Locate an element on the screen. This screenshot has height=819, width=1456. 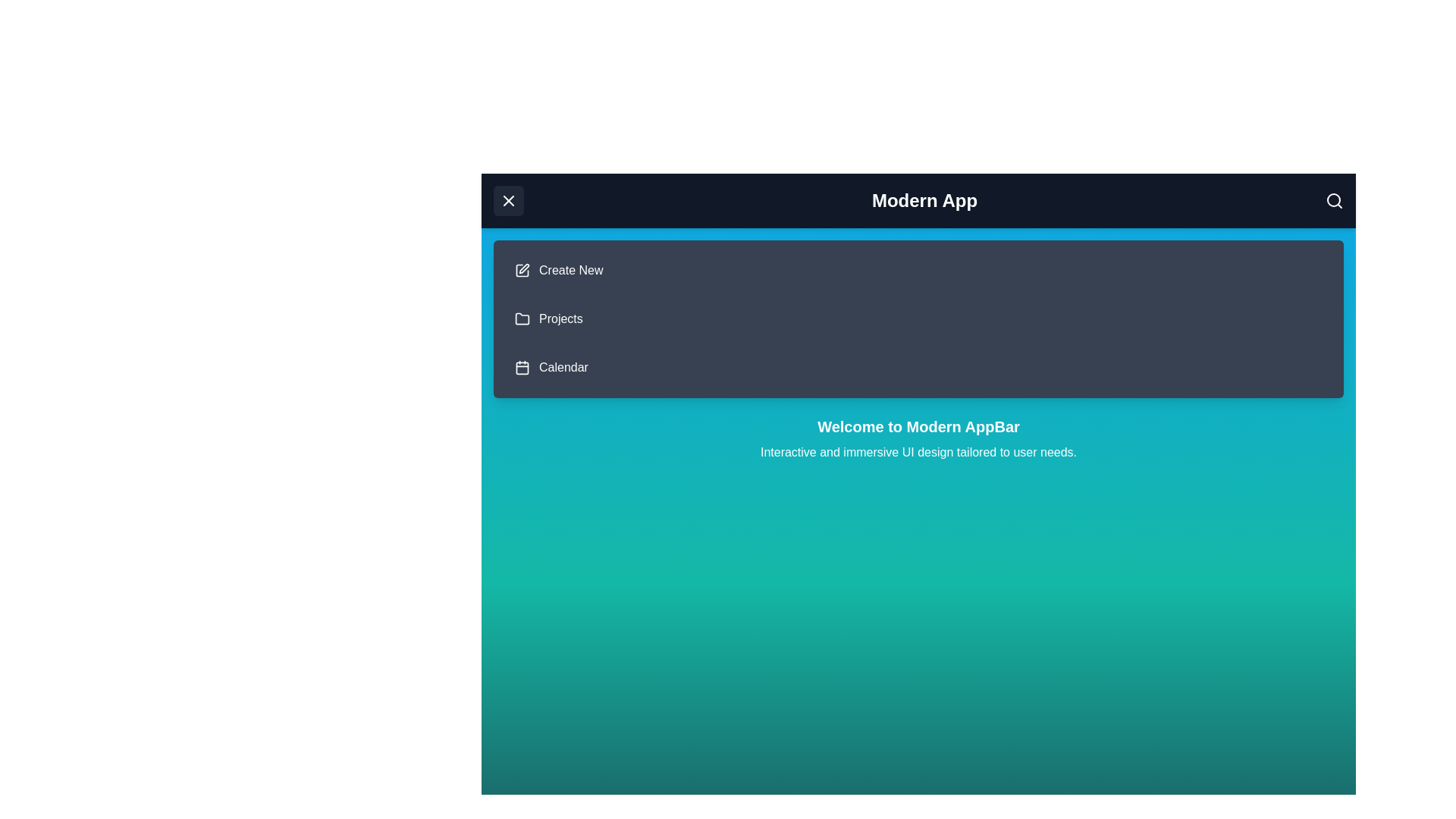
the search icon located at the top-right corner of the app bar is located at coordinates (1335, 200).